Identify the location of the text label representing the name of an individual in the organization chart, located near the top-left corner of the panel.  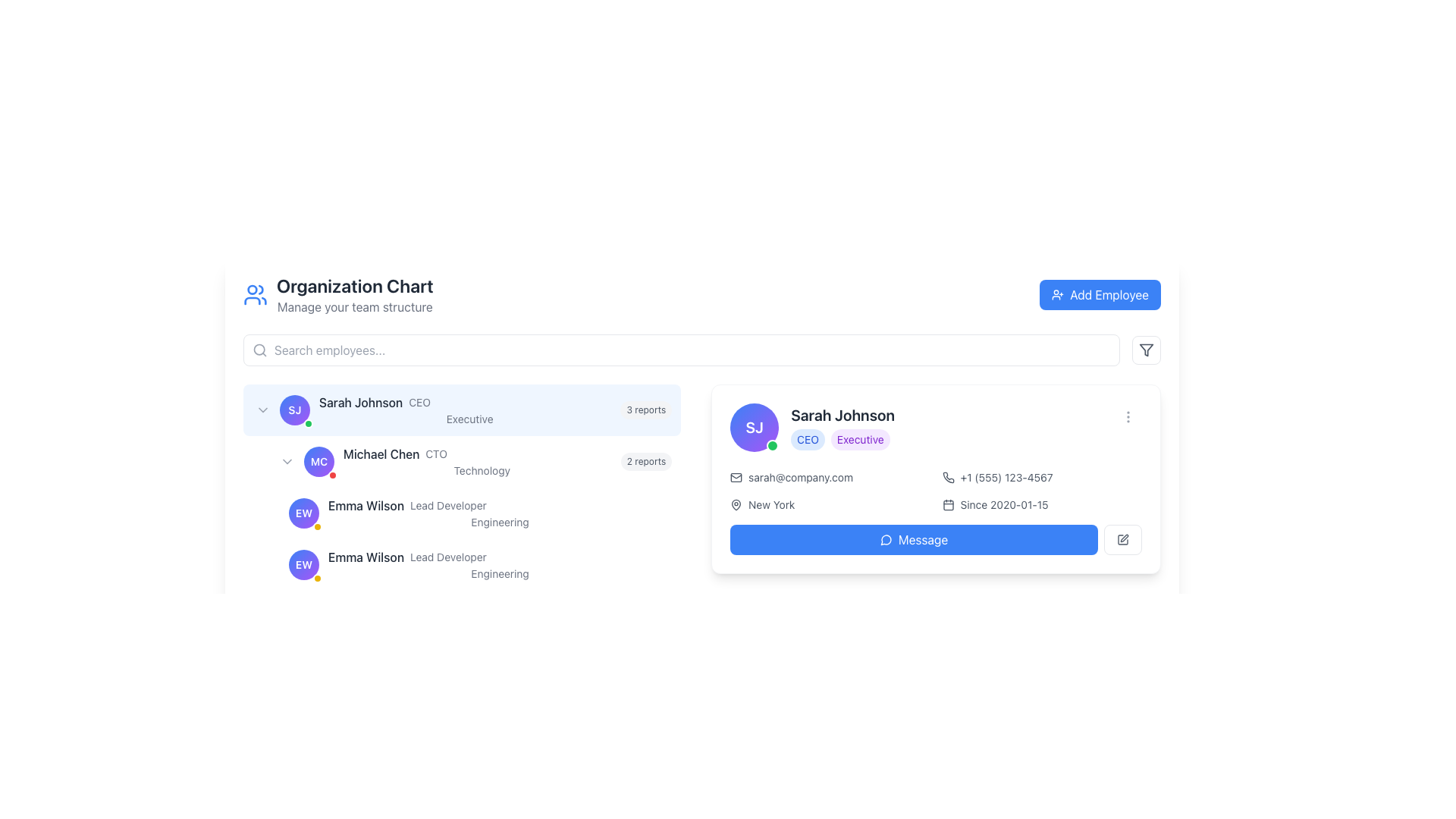
(360, 402).